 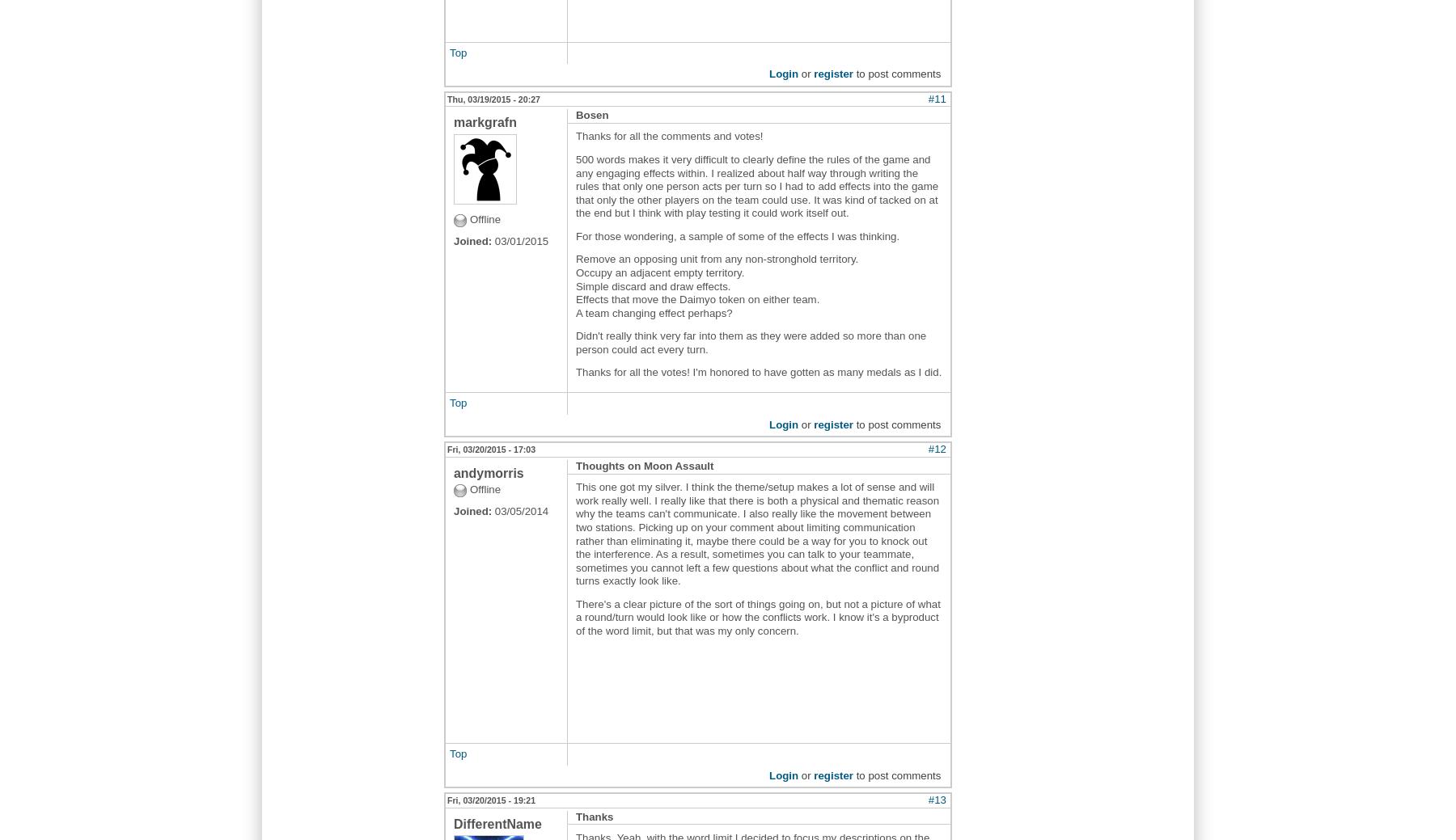 What do you see at coordinates (717, 259) in the screenshot?
I see `'Remove an opposing unit from any non-stronghold territory.'` at bounding box center [717, 259].